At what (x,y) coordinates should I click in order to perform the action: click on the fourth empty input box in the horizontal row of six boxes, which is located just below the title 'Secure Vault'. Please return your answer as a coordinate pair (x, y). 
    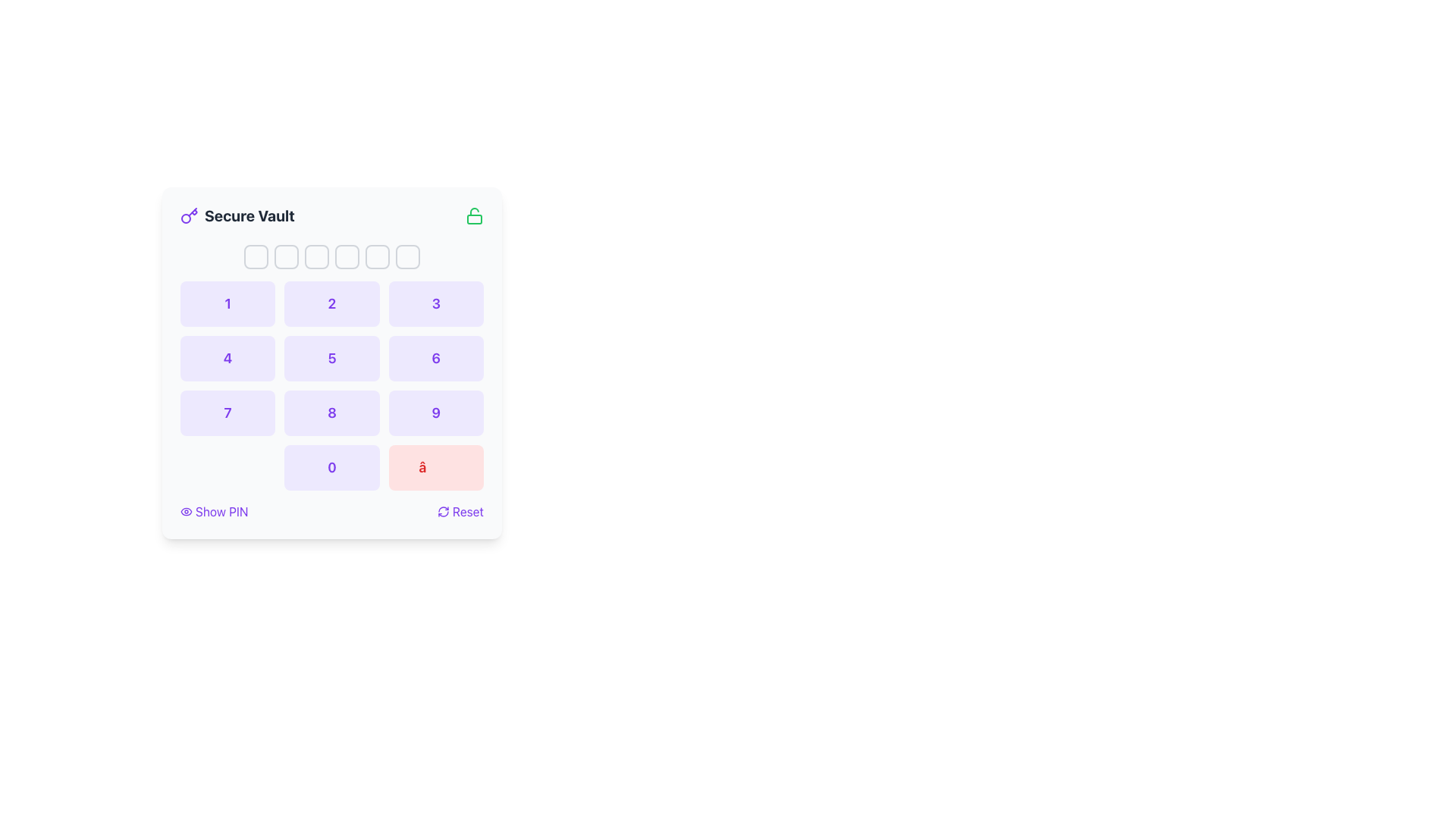
    Looking at the image, I should click on (346, 256).